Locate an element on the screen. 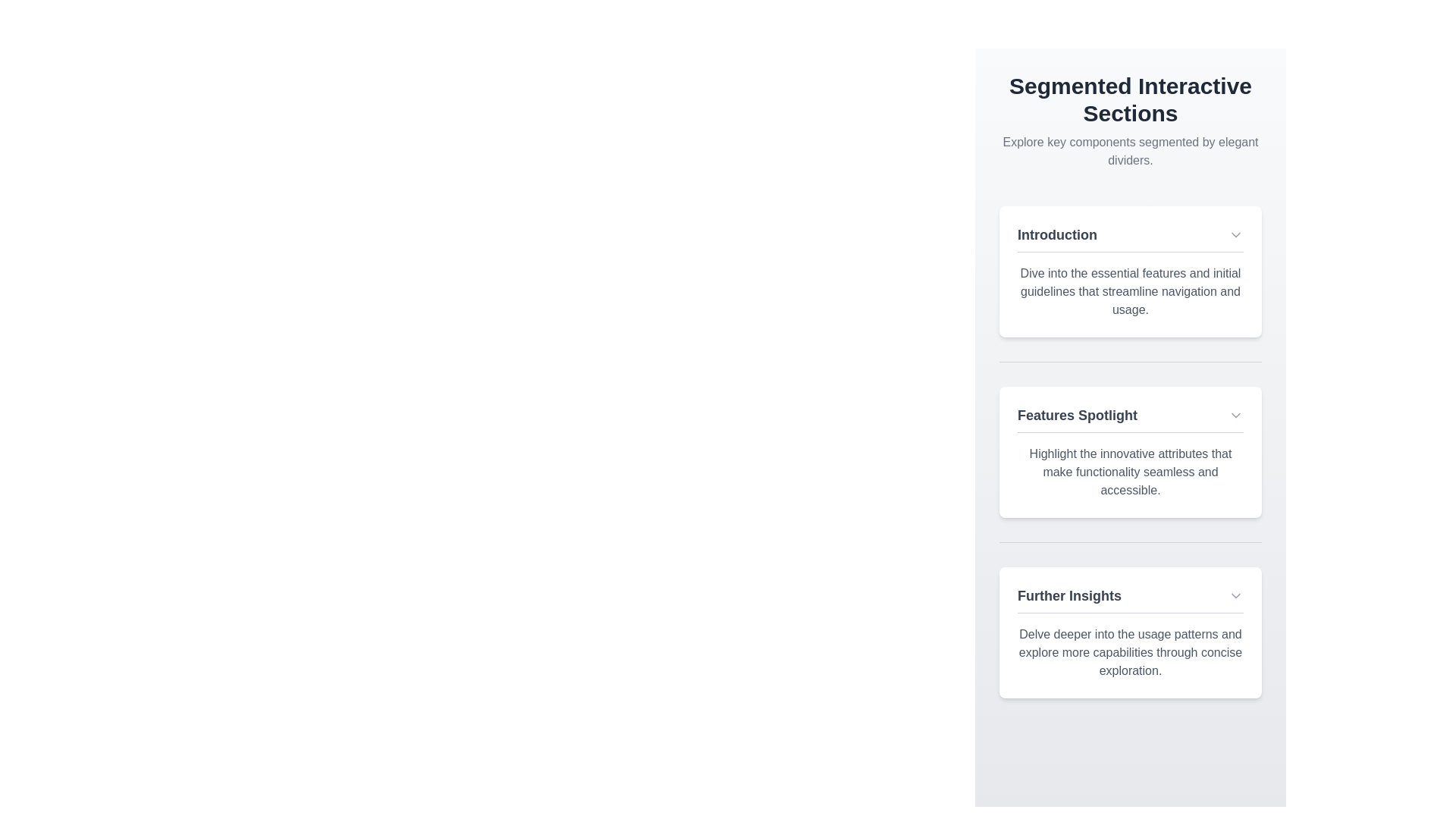 Image resolution: width=1456 pixels, height=819 pixels. plain text located in the 'Features Spotlight' section, which summarizes its content or purpose and is positioned directly beneath the section title is located at coordinates (1131, 472).